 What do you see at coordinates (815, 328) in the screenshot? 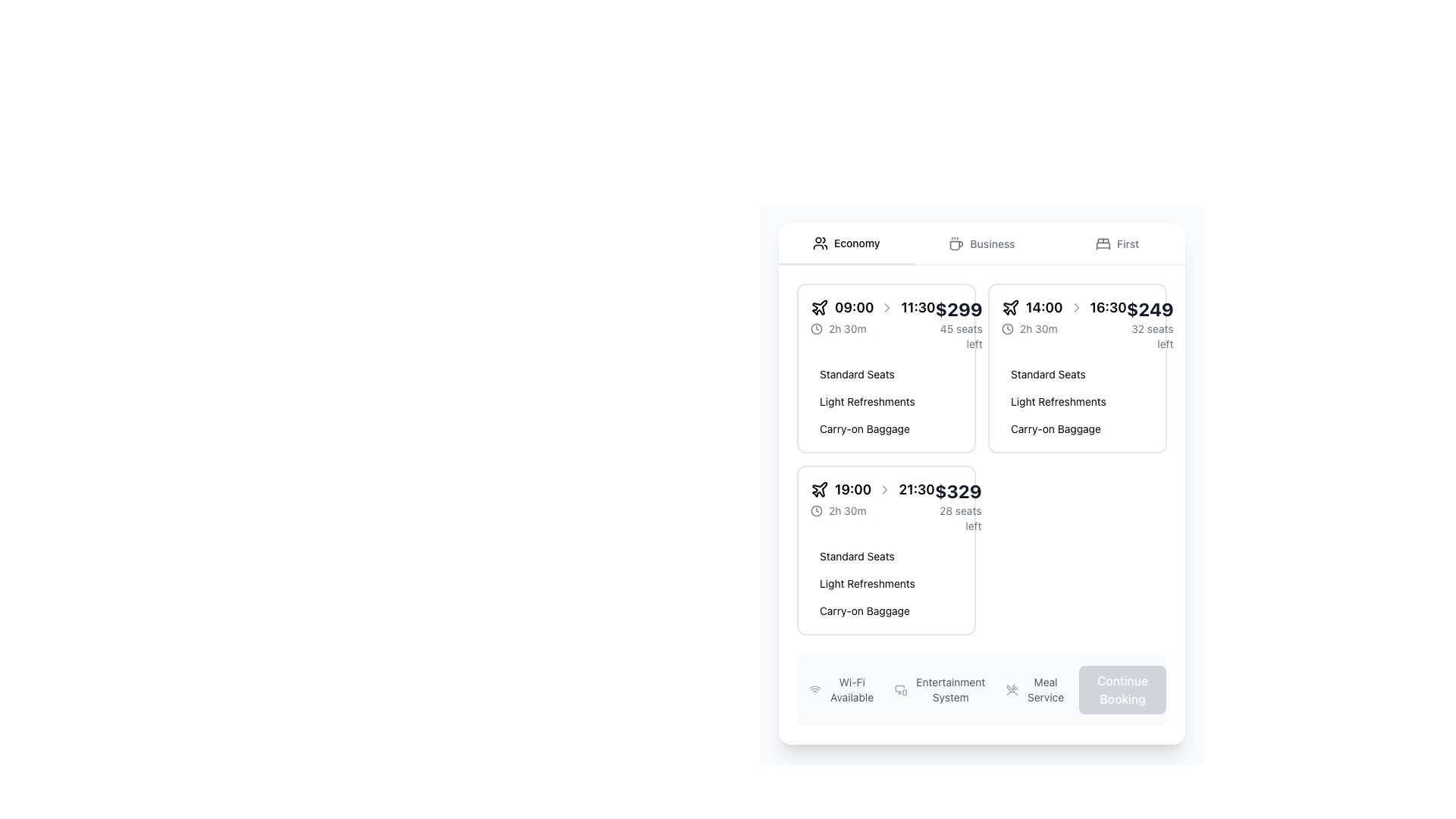
I see `the compact circular clock icon located in the leftmost ticket option, which is positioned directly before the '2h 30m' text indicating flight duration` at bounding box center [815, 328].